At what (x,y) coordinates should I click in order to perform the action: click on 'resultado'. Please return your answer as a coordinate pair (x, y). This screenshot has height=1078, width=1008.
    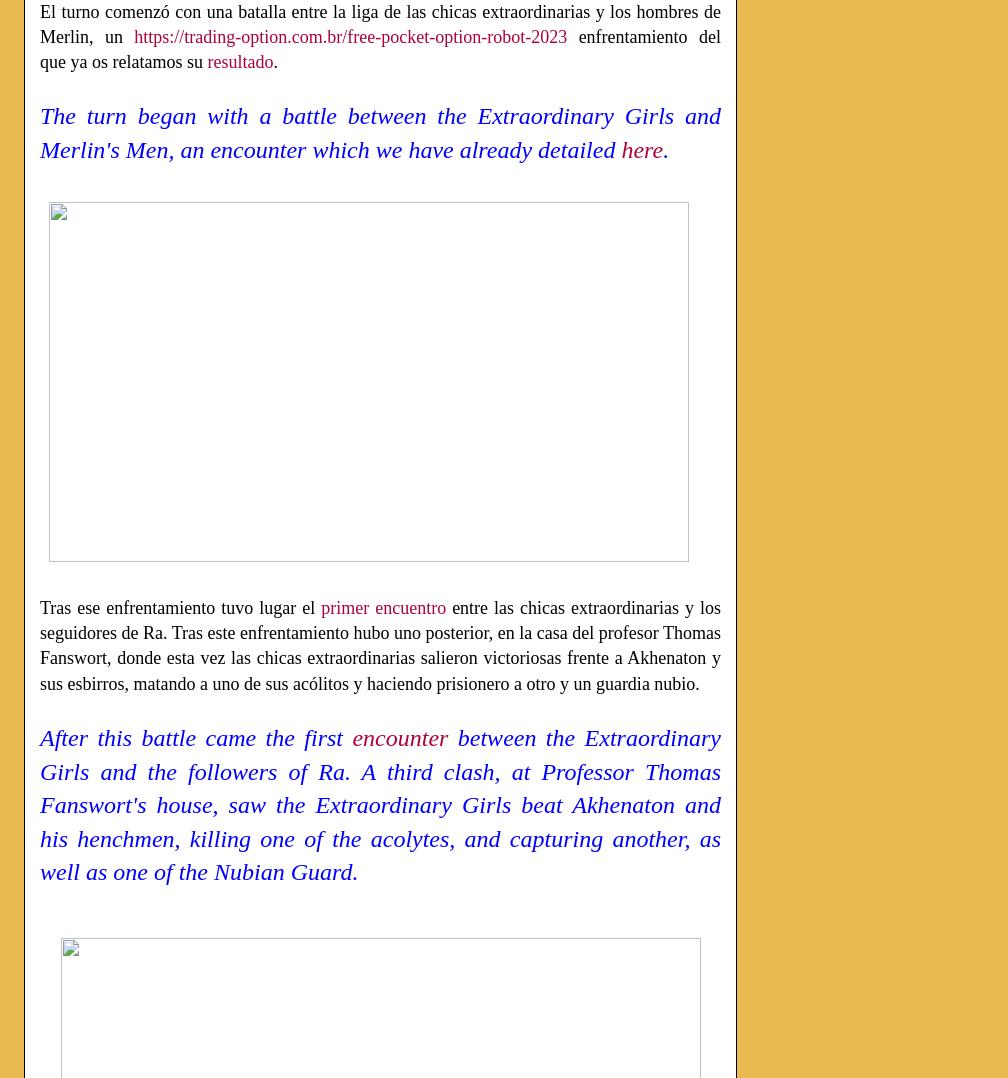
    Looking at the image, I should click on (240, 61).